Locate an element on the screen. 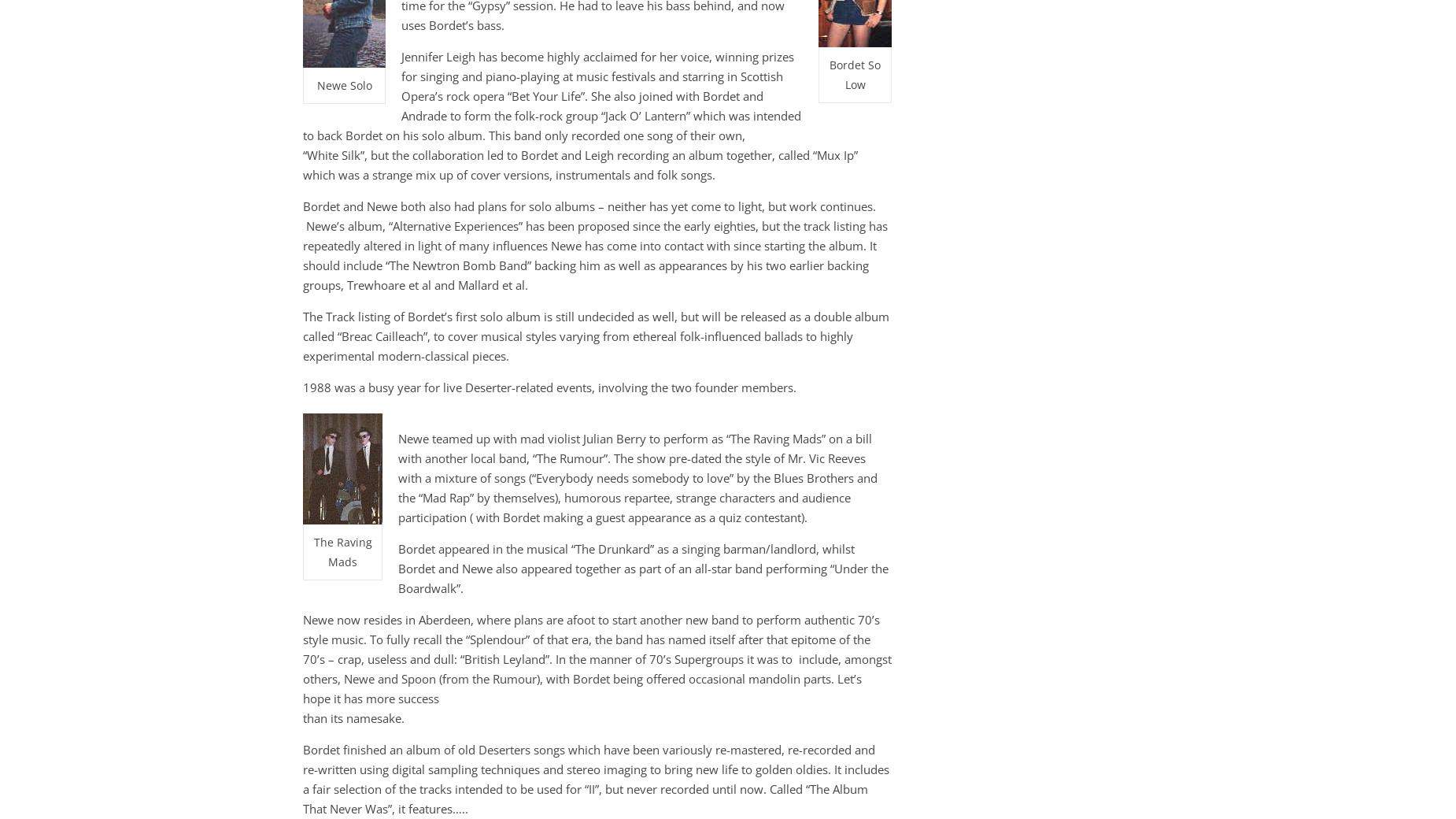 This screenshot has width=1456, height=819. 'Bordet So Low' is located at coordinates (854, 73).